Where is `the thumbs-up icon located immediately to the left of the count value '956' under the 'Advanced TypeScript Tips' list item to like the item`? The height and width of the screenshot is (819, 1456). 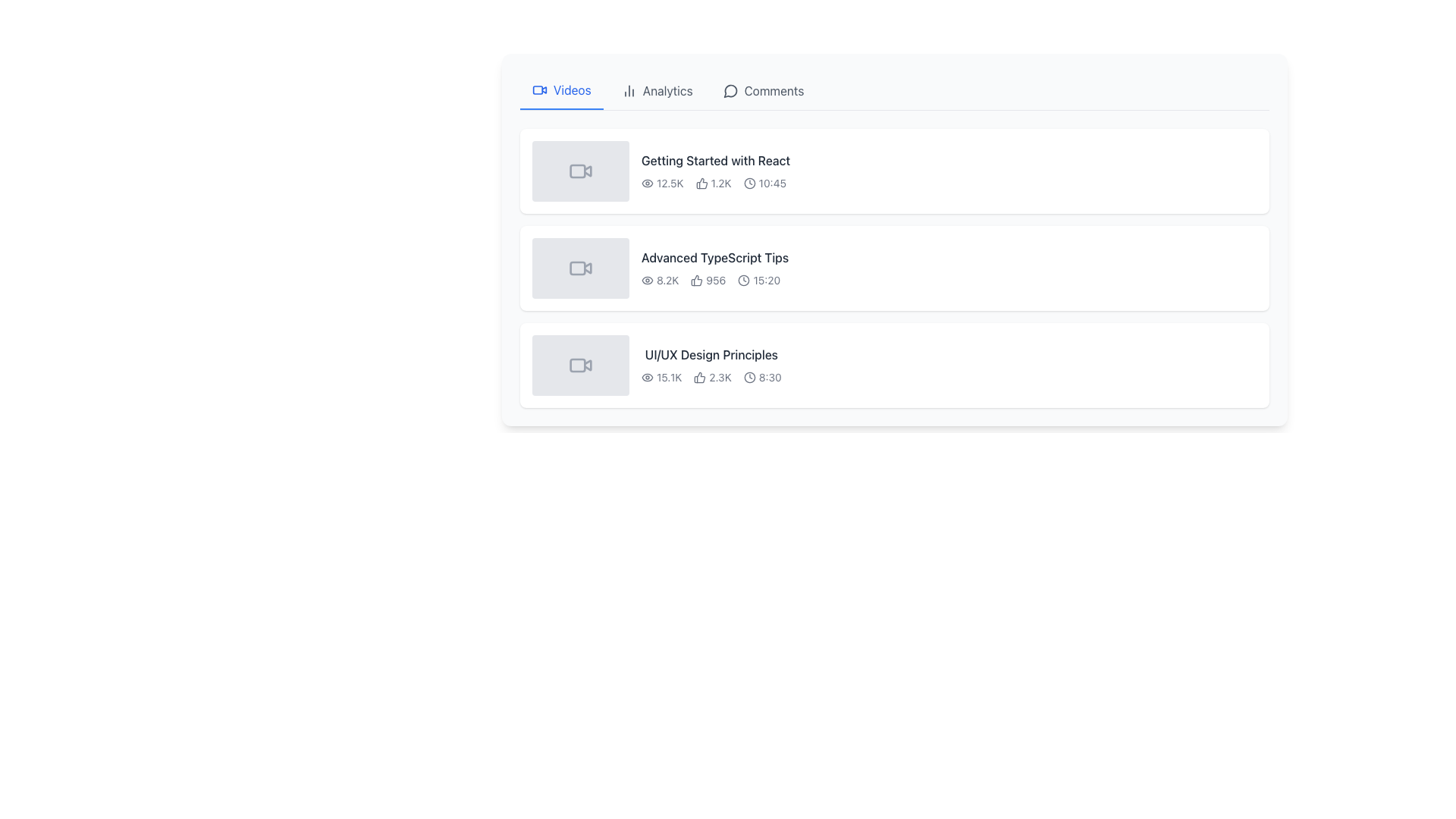 the thumbs-up icon located immediately to the left of the count value '956' under the 'Advanced TypeScript Tips' list item to like the item is located at coordinates (696, 281).